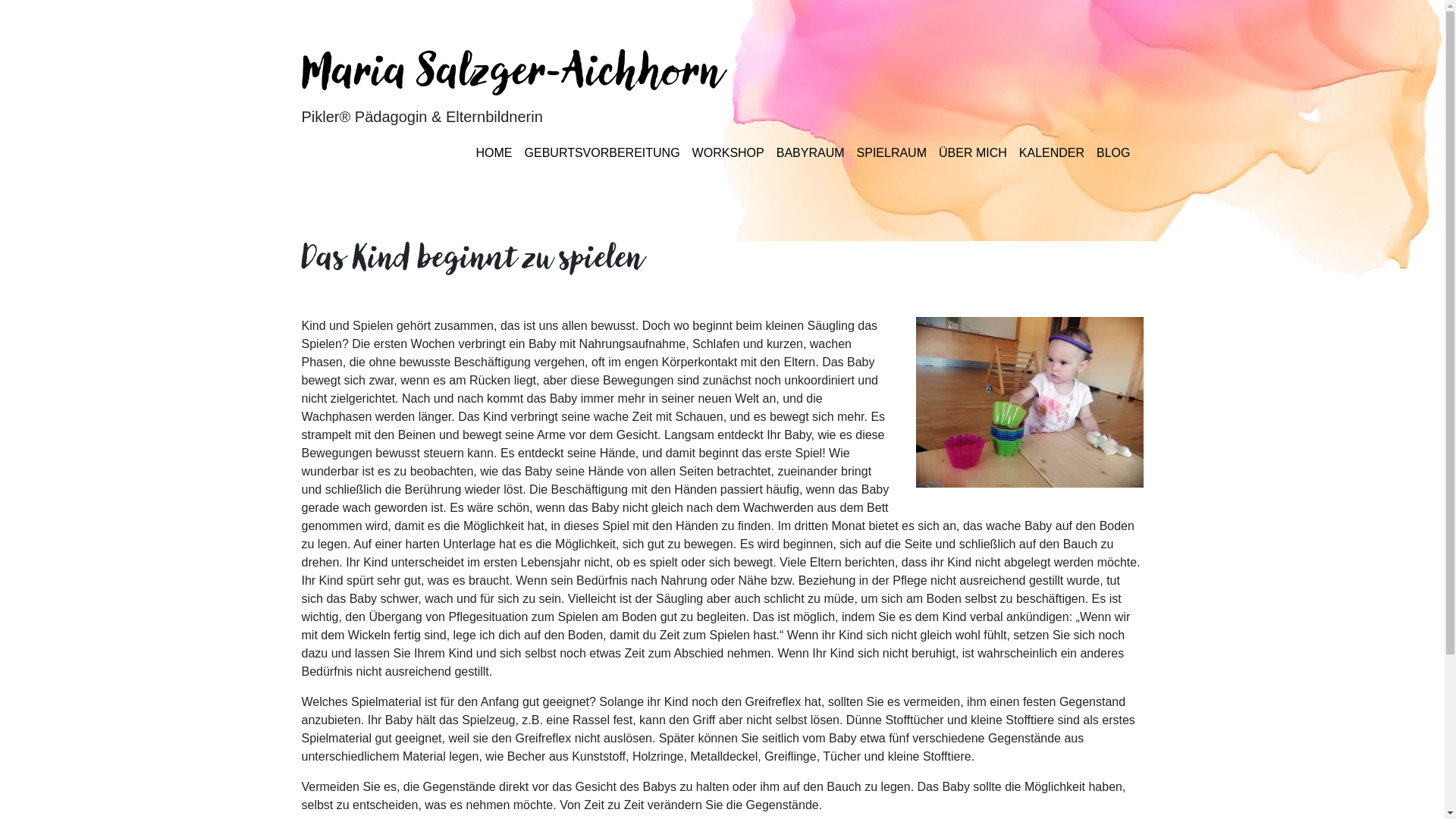 The width and height of the screenshot is (1456, 819). I want to click on 'SPIELRAUM', so click(892, 152).